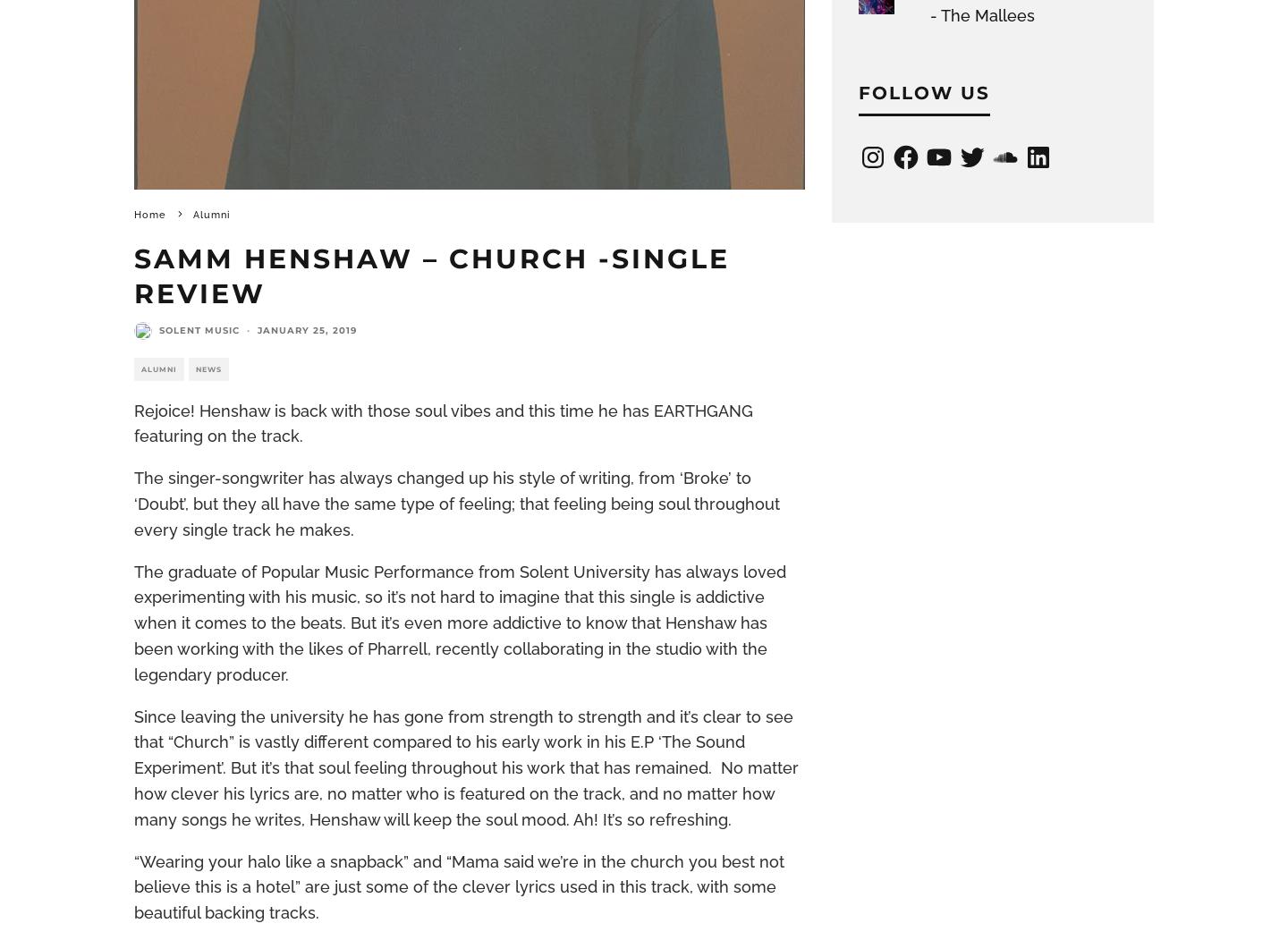  What do you see at coordinates (924, 92) in the screenshot?
I see `'Follow Us'` at bounding box center [924, 92].